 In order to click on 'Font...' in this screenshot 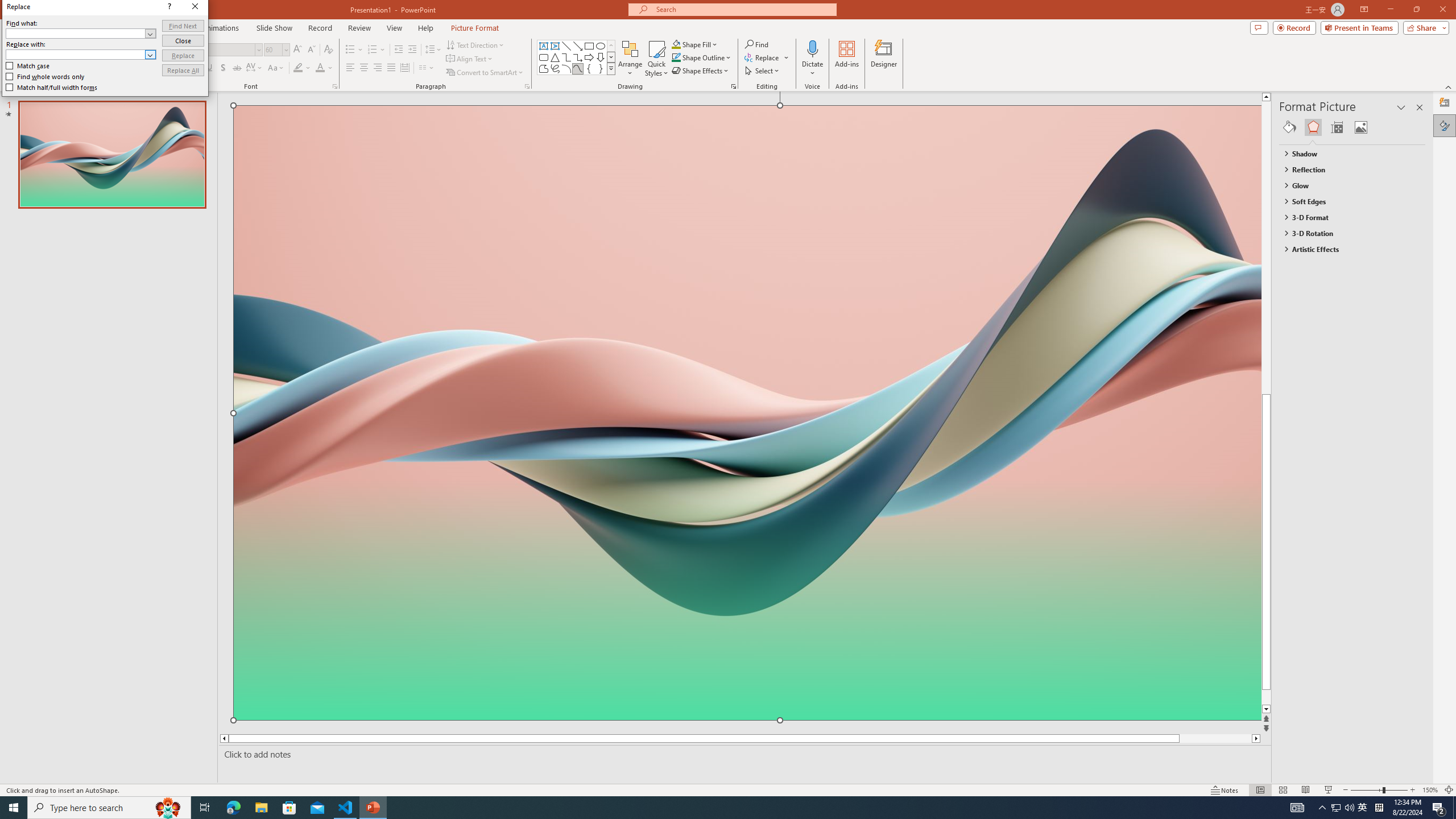, I will do `click(334, 85)`.